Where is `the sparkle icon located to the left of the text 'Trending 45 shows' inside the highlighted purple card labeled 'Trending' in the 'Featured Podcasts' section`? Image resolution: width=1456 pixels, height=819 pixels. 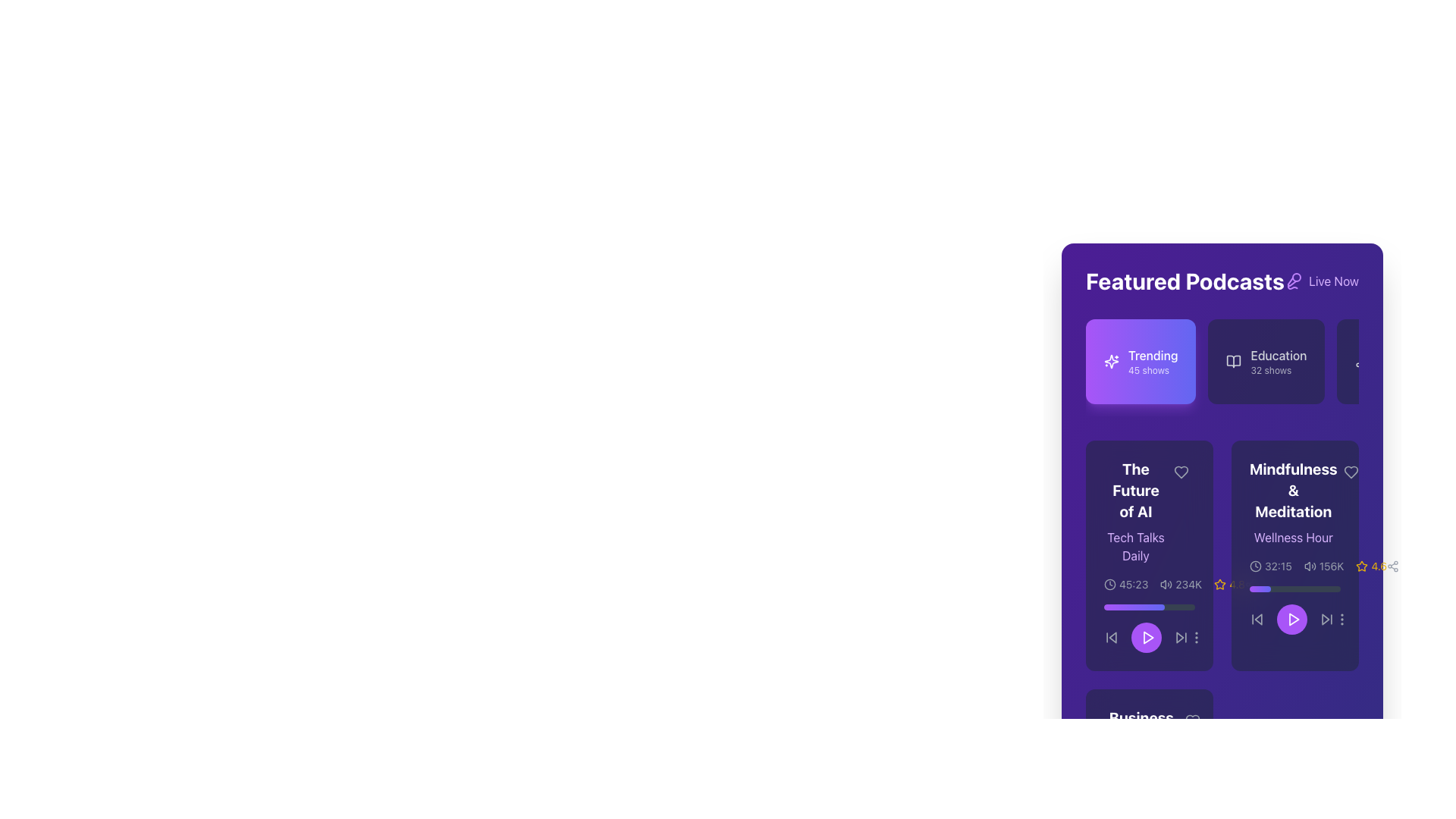
the sparkle icon located to the left of the text 'Trending 45 shows' inside the highlighted purple card labeled 'Trending' in the 'Featured Podcasts' section is located at coordinates (1111, 362).